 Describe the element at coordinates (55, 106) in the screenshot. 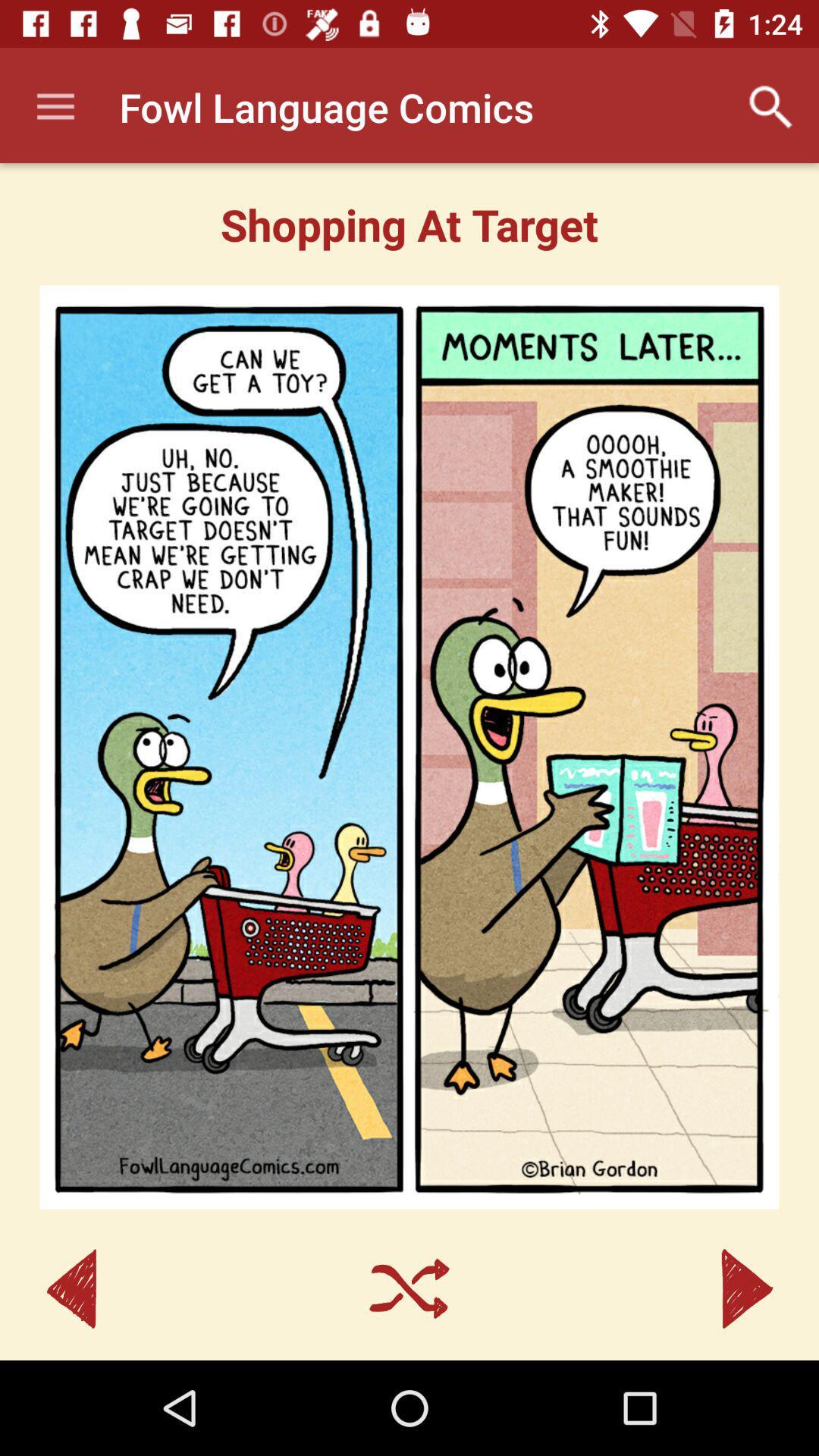

I see `icon at the top left corner` at that location.